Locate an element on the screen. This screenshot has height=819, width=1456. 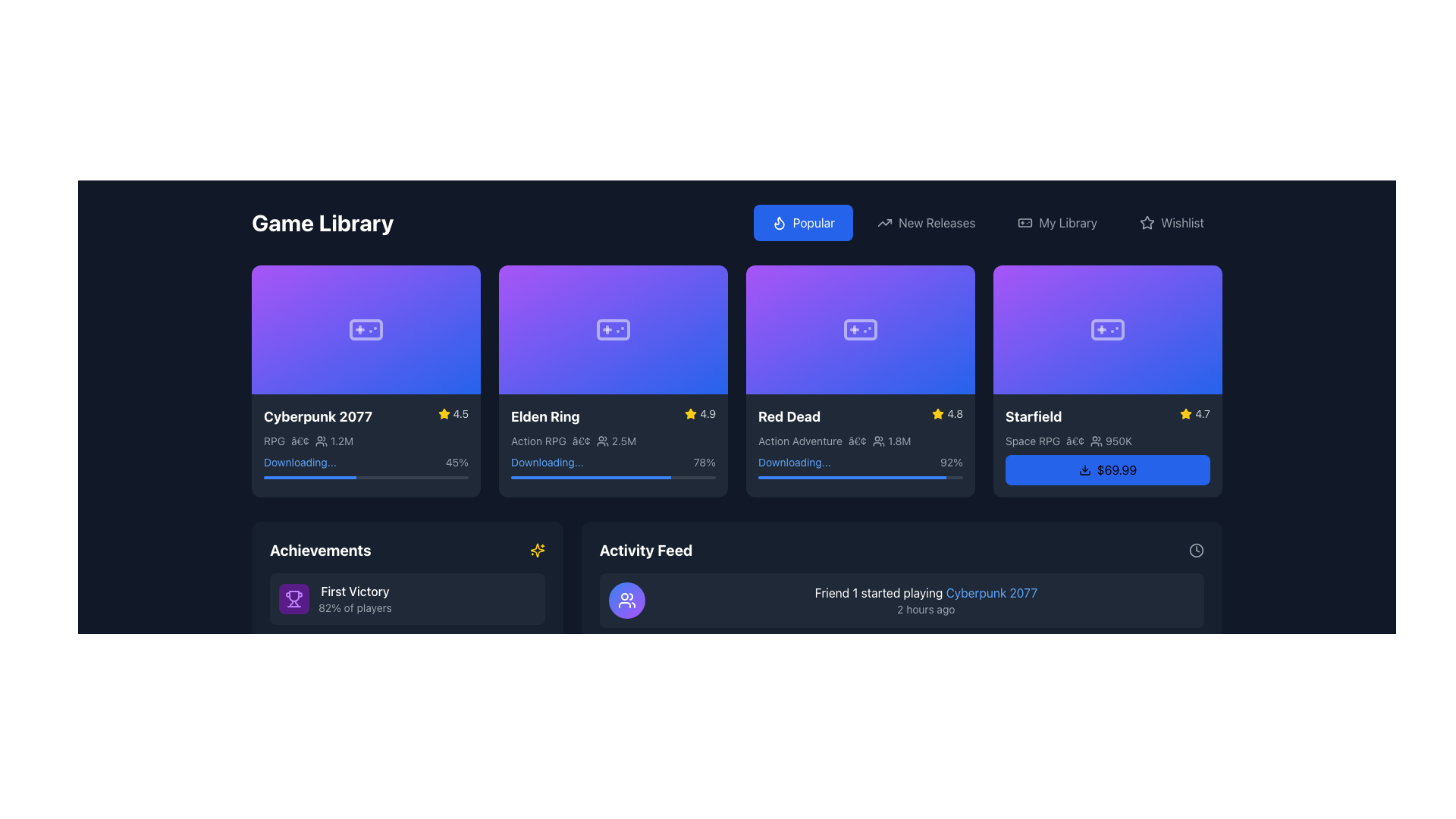
the gray-colored text displaying '92%' in the 'Red Dead' game tile's download status section is located at coordinates (860, 461).